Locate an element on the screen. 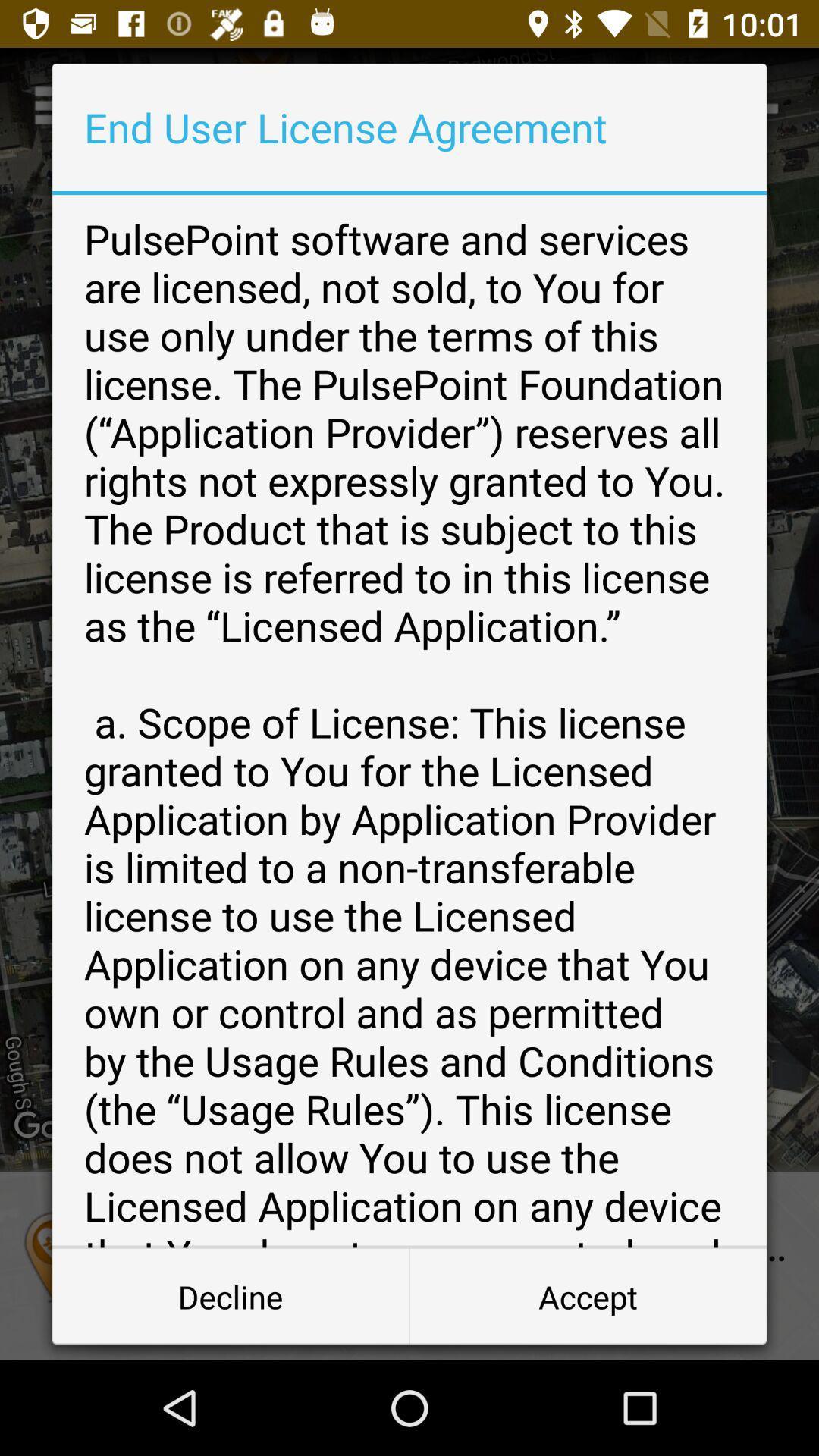  the decline icon is located at coordinates (231, 1295).